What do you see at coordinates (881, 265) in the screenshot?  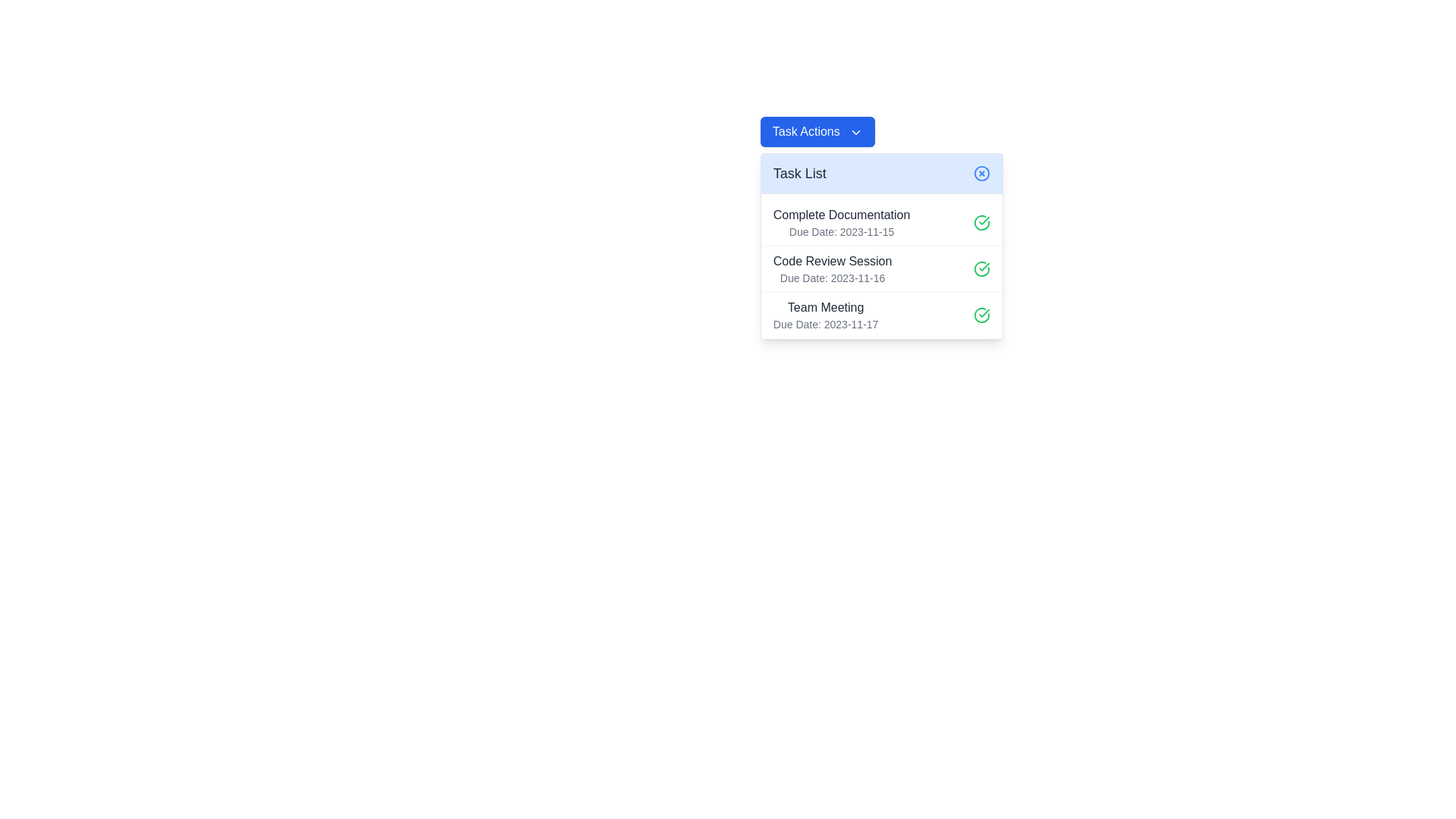 I see `the individual tasks in the Scrollable List Display located beneath the 'Task List' header in the 'Task Actions' dropdown menu` at bounding box center [881, 265].